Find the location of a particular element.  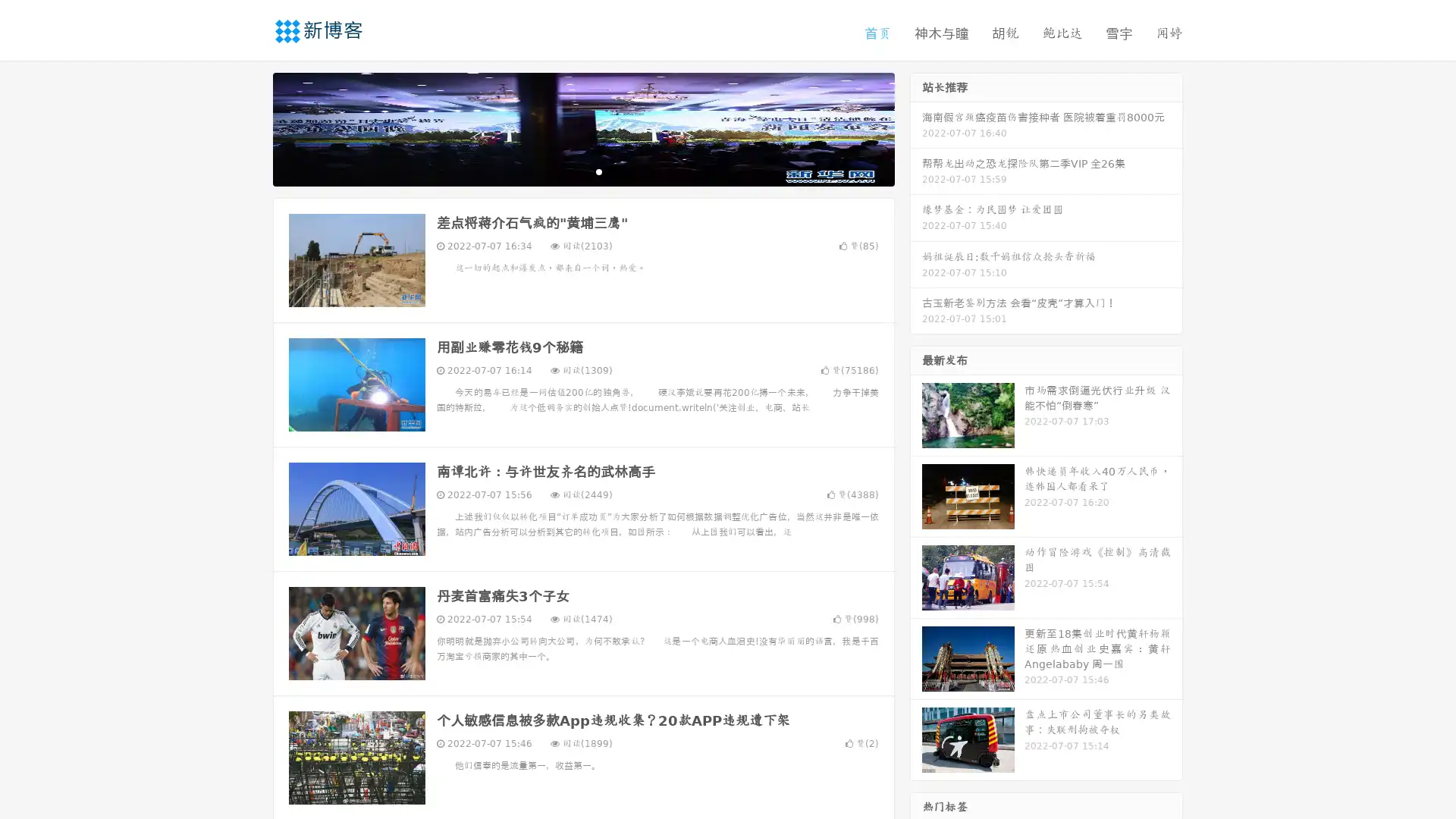

Go to slide 3 is located at coordinates (598, 171).